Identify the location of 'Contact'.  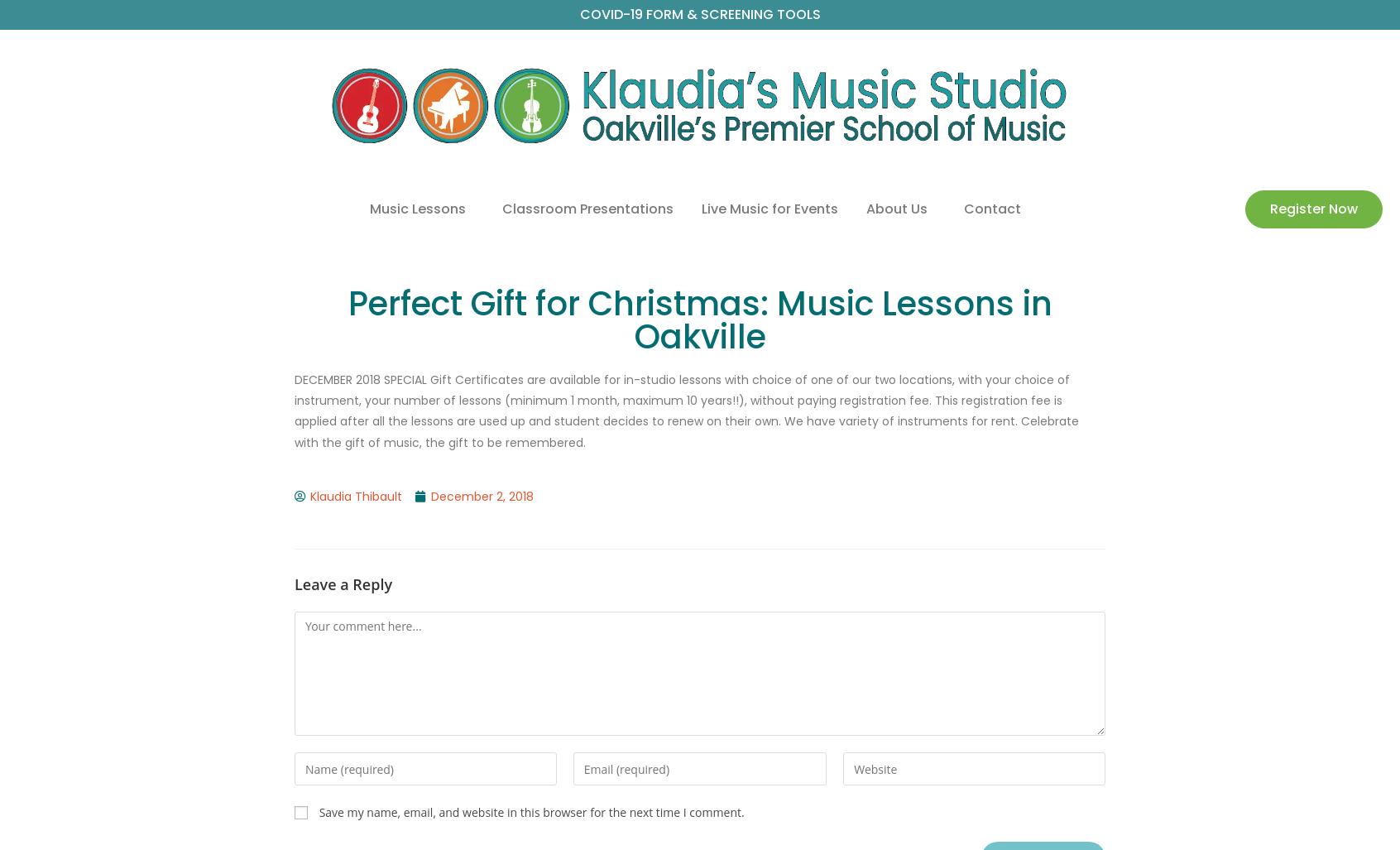
(990, 209).